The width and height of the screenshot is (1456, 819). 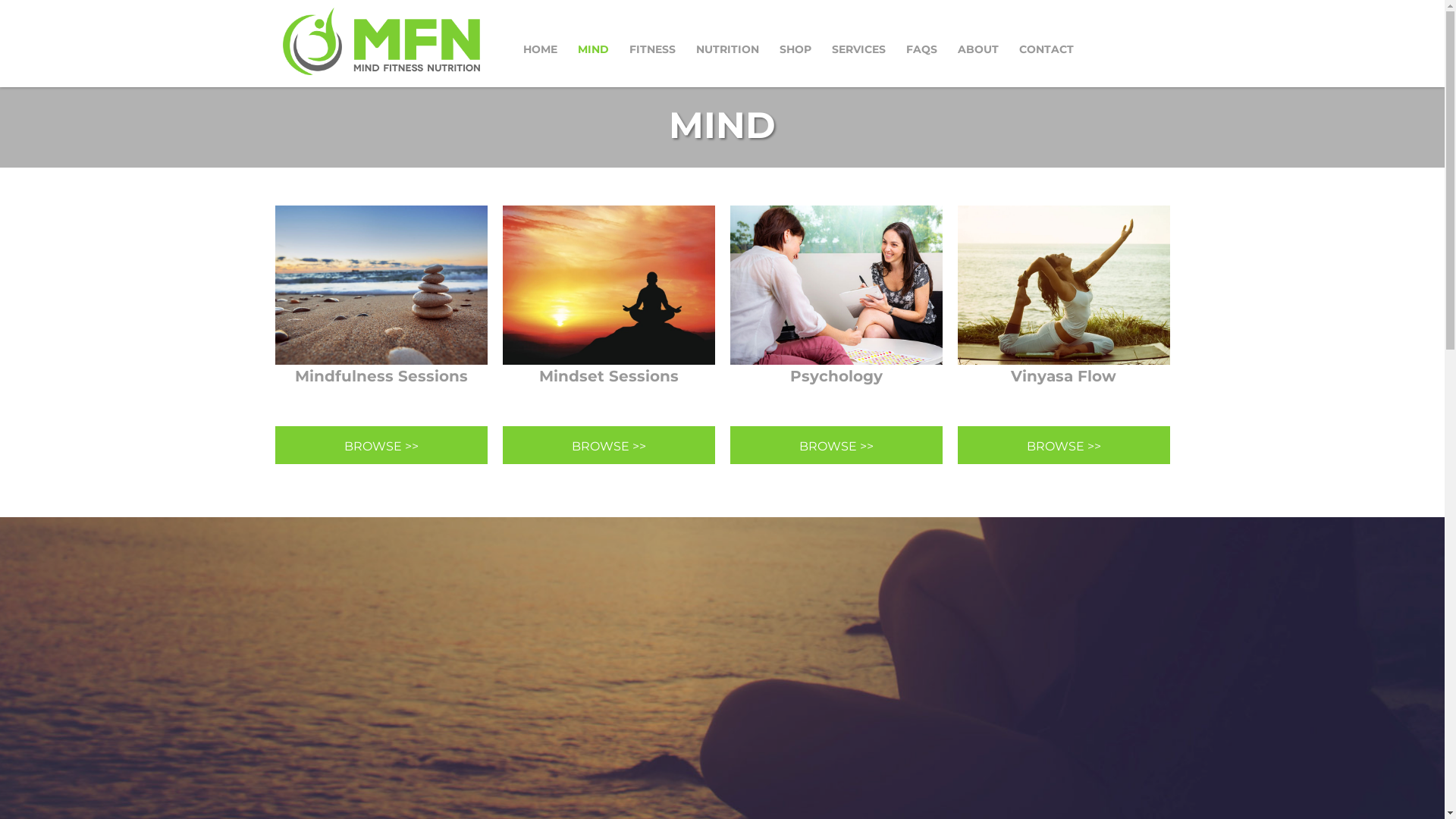 I want to click on 'CONTACT', so click(x=1046, y=49).